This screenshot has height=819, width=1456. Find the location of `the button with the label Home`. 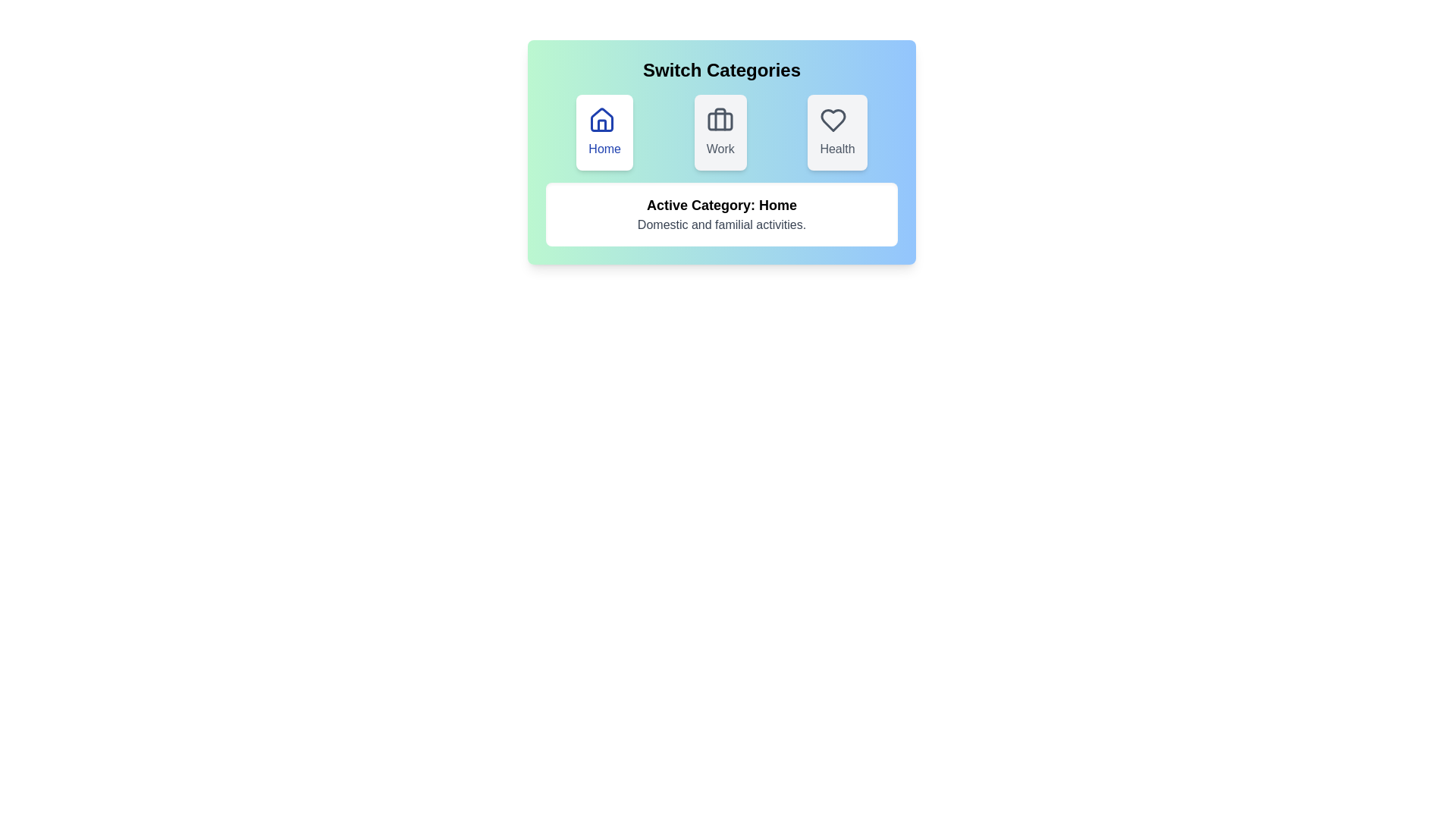

the button with the label Home is located at coordinates (604, 131).